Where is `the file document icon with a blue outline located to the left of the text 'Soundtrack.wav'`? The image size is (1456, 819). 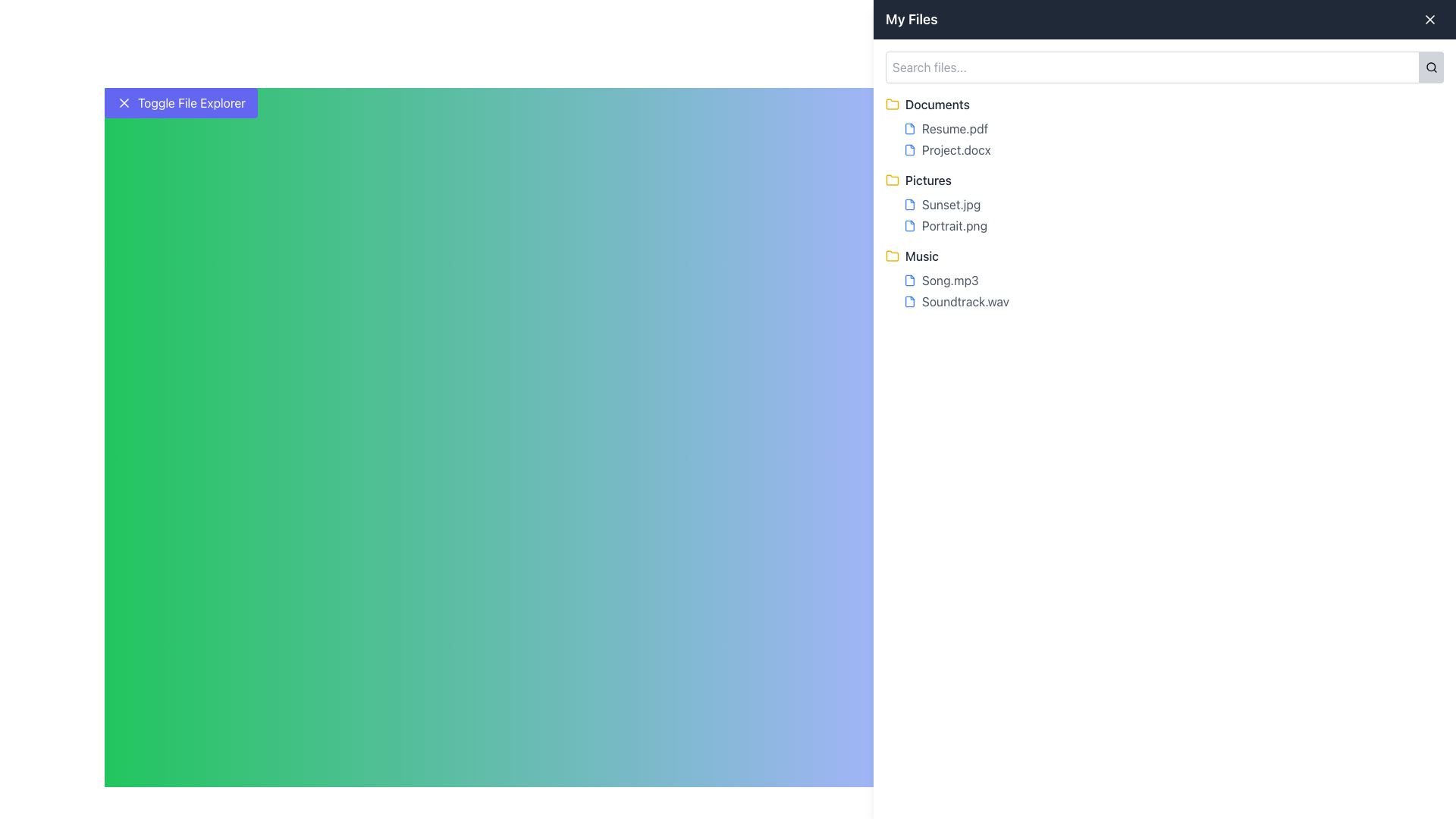
the file document icon with a blue outline located to the left of the text 'Soundtrack.wav' is located at coordinates (910, 301).